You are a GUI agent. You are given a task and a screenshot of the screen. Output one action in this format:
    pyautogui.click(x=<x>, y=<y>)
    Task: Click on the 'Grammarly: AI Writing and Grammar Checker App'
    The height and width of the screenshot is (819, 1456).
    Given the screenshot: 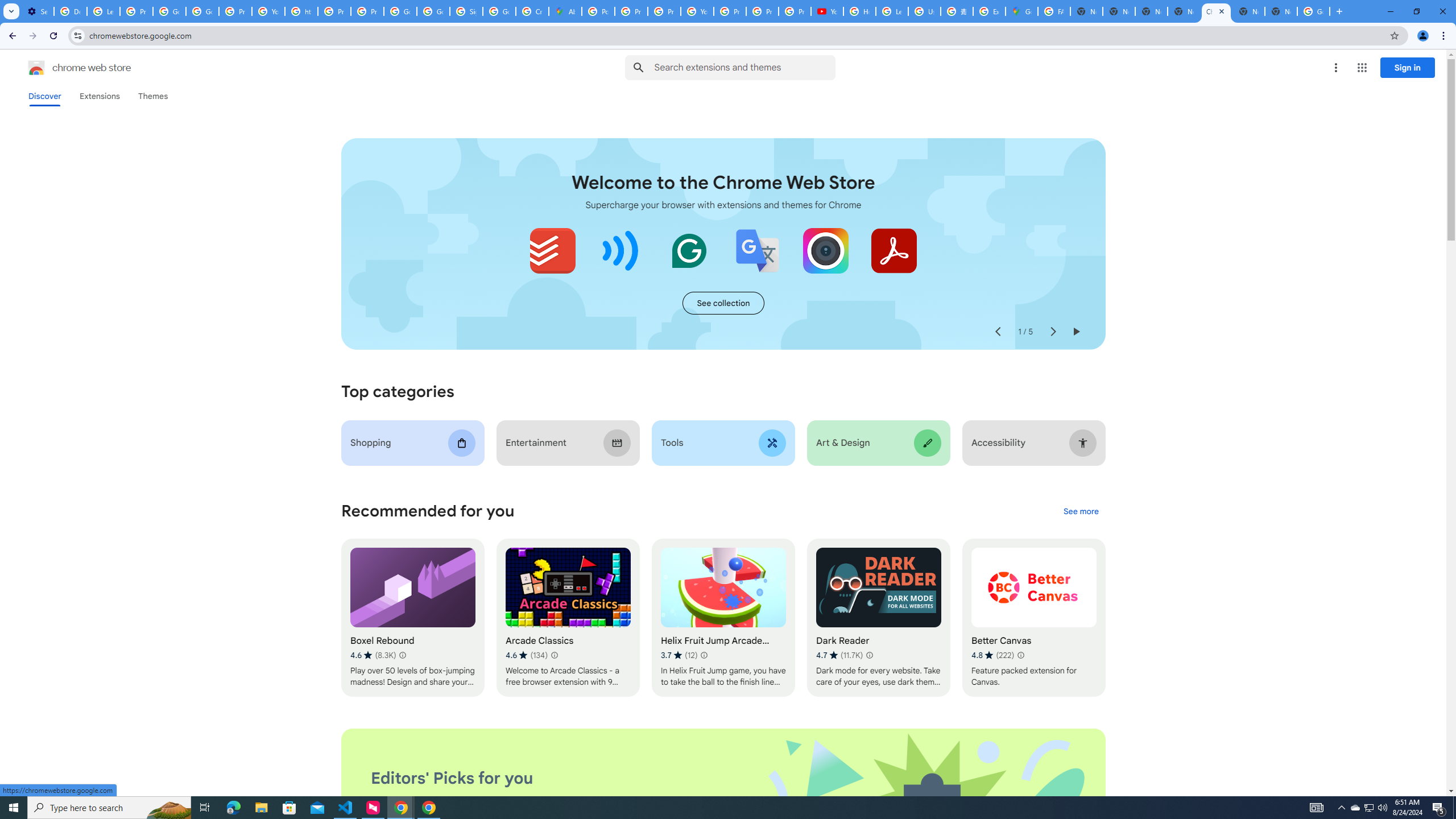 What is the action you would take?
    pyautogui.click(x=689, y=250)
    